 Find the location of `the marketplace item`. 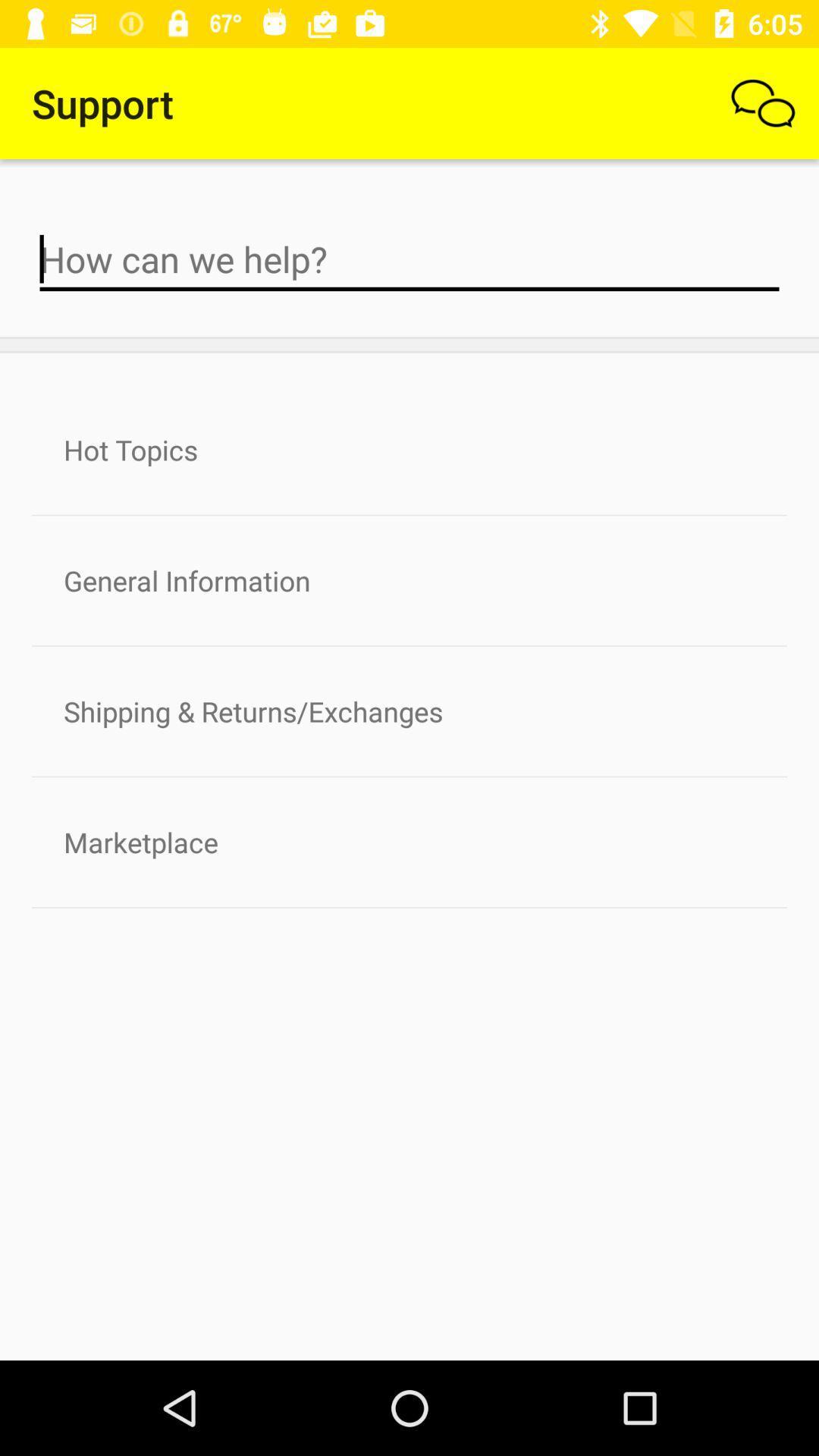

the marketplace item is located at coordinates (409, 841).